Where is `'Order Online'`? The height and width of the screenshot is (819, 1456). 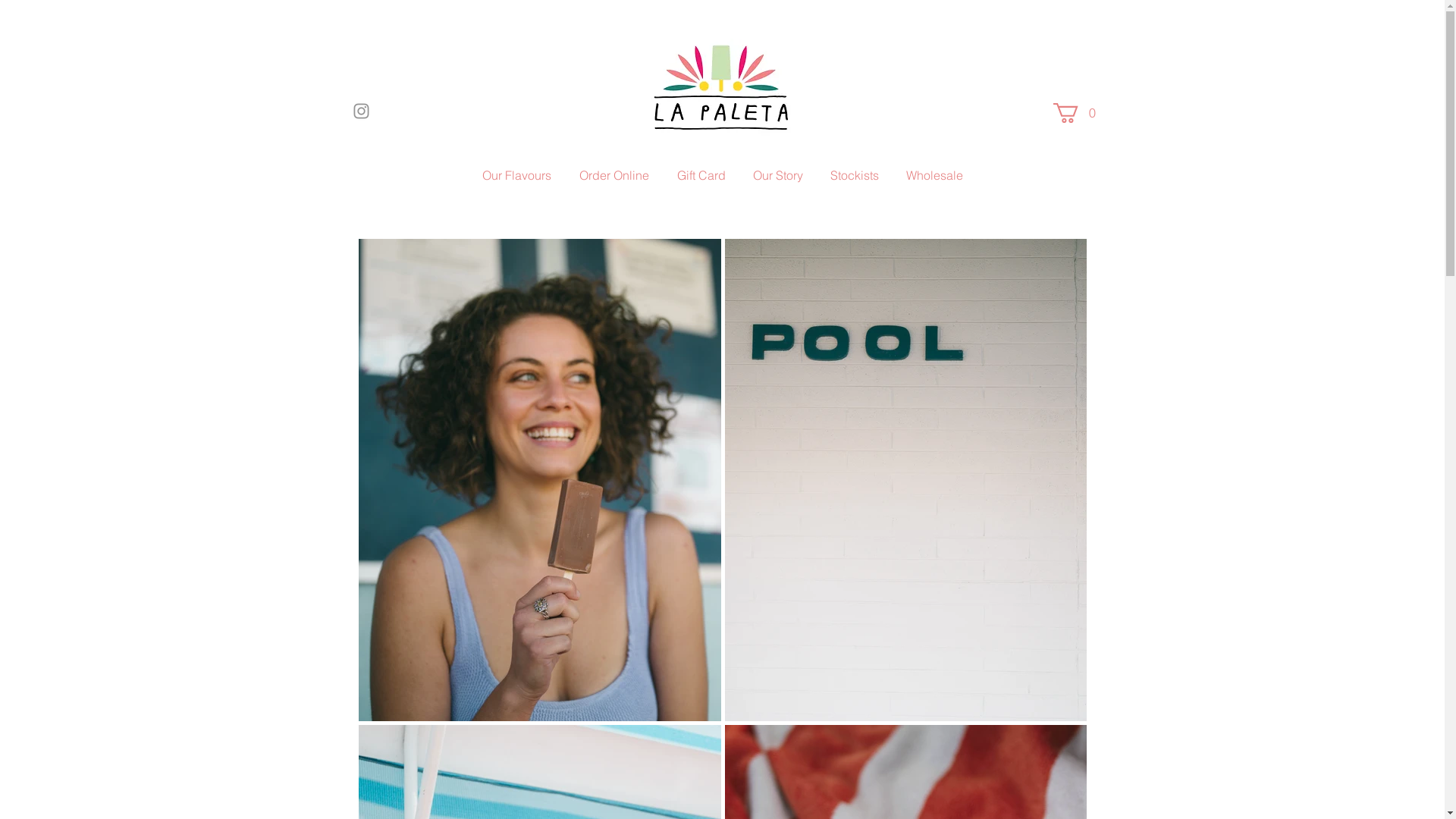 'Order Online' is located at coordinates (614, 174).